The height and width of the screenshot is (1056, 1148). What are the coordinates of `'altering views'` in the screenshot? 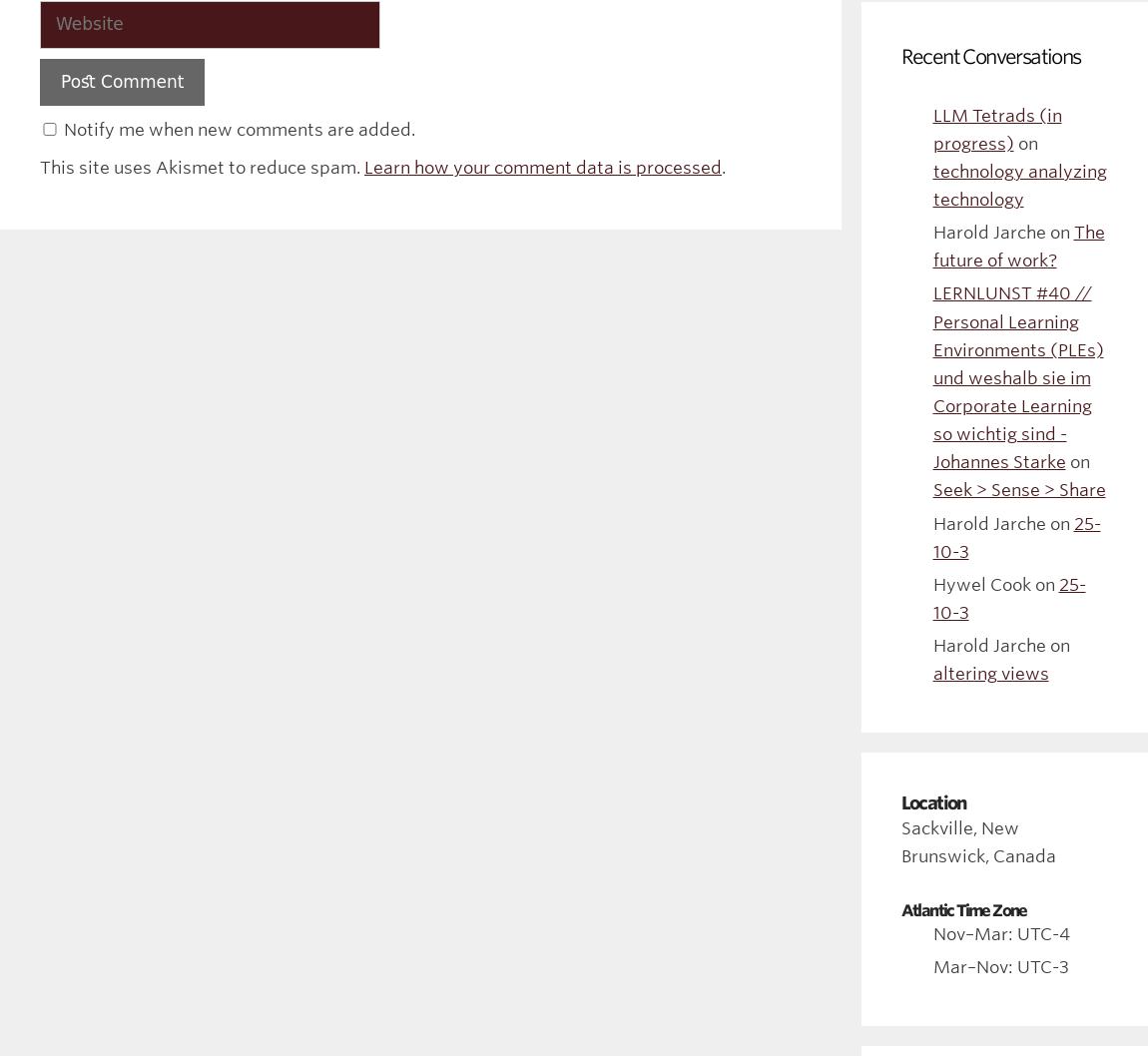 It's located at (989, 673).